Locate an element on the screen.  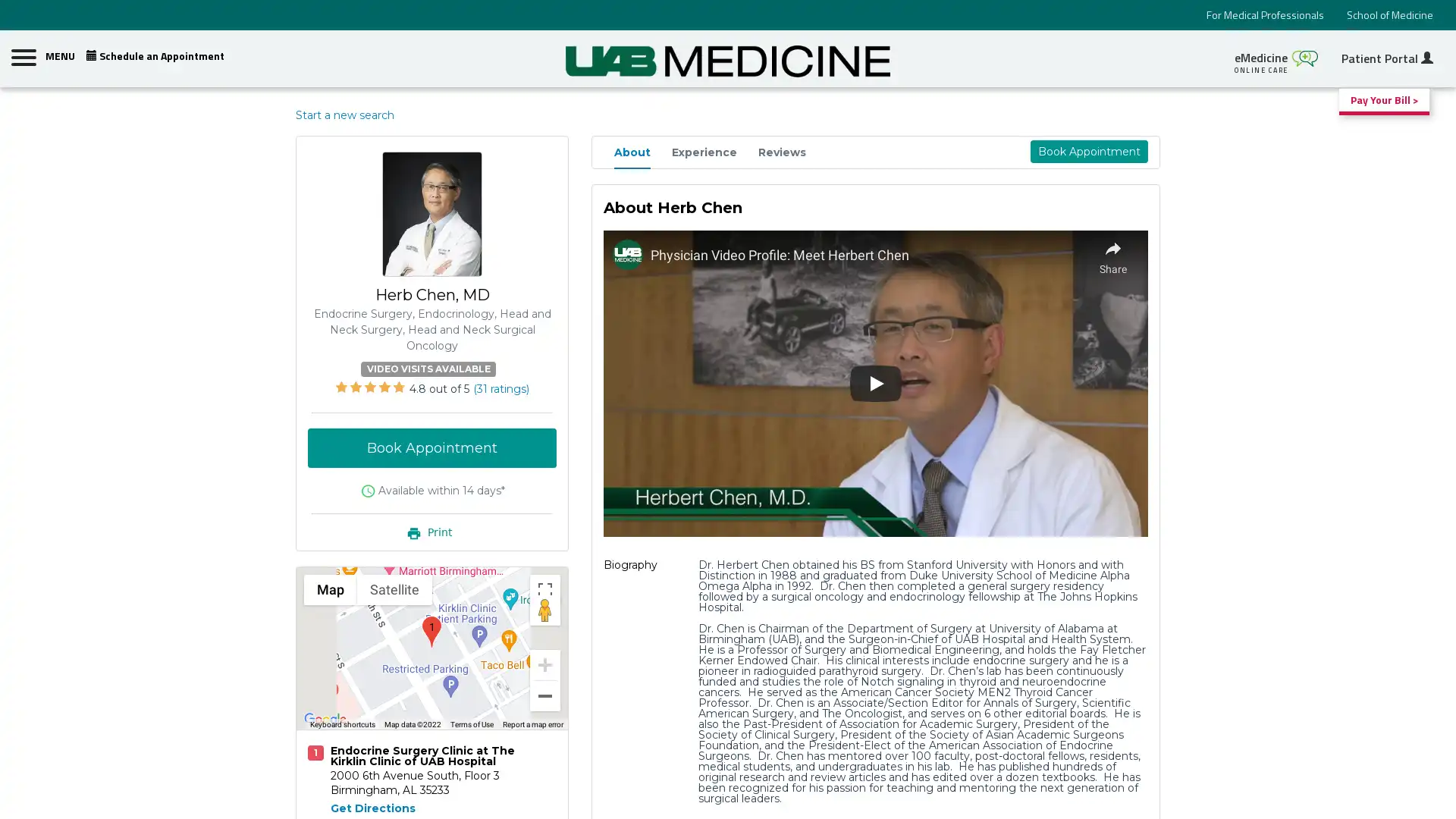
Book Appointment is located at coordinates (1087, 152).